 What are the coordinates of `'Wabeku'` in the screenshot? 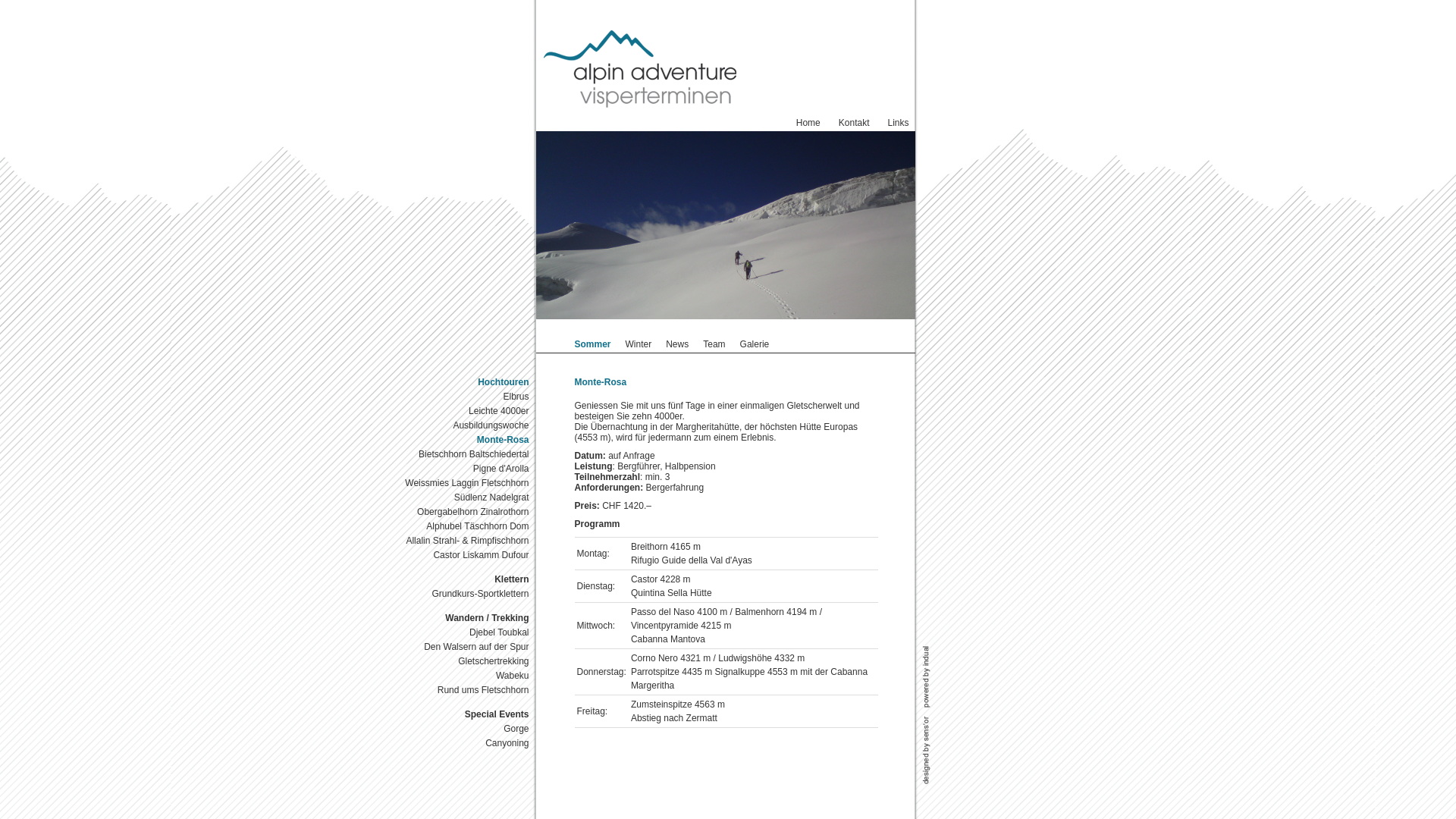 It's located at (462, 675).